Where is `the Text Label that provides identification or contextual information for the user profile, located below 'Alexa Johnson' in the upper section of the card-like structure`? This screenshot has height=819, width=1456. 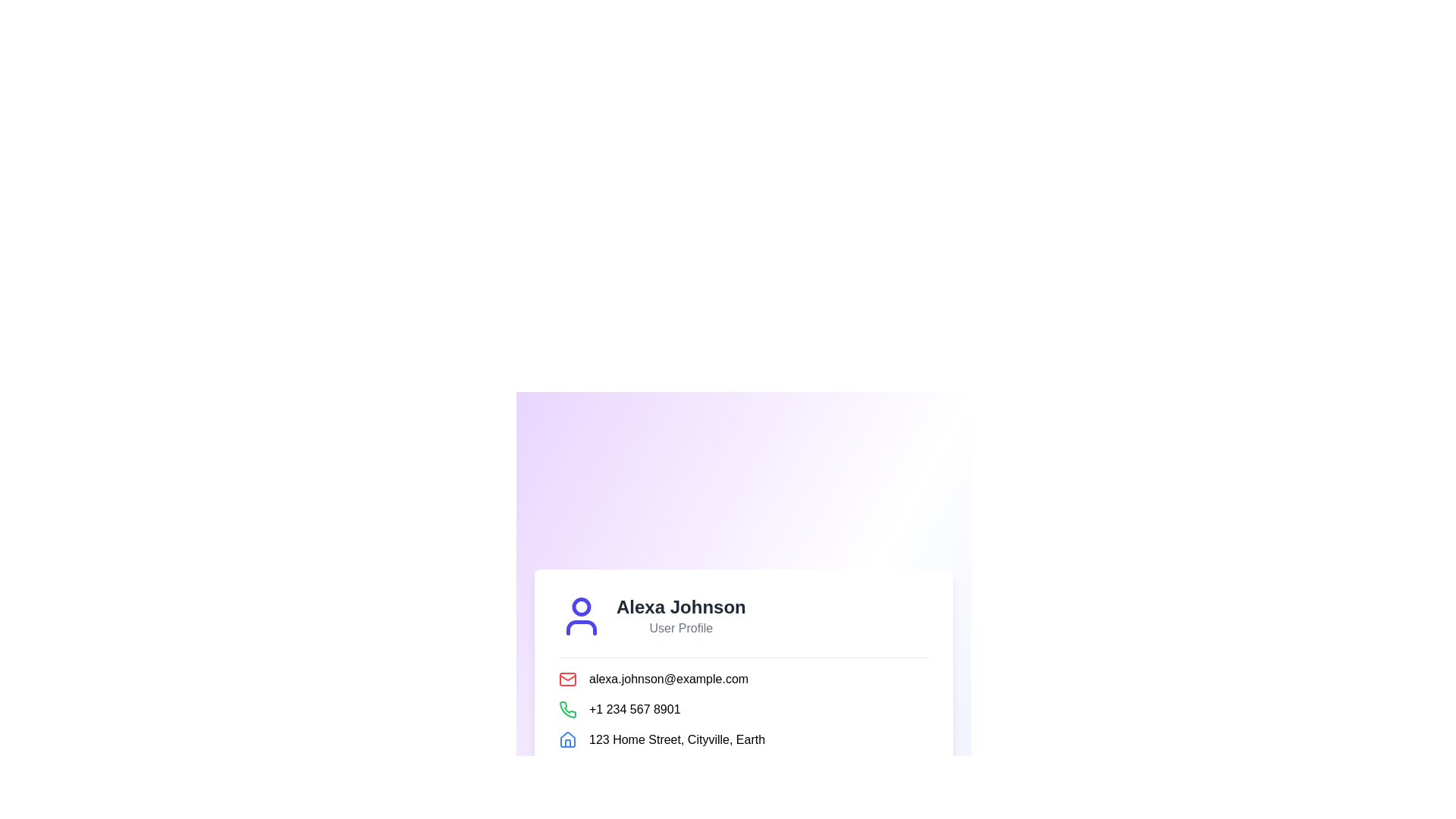
the Text Label that provides identification or contextual information for the user profile, located below 'Alexa Johnson' in the upper section of the card-like structure is located at coordinates (680, 628).